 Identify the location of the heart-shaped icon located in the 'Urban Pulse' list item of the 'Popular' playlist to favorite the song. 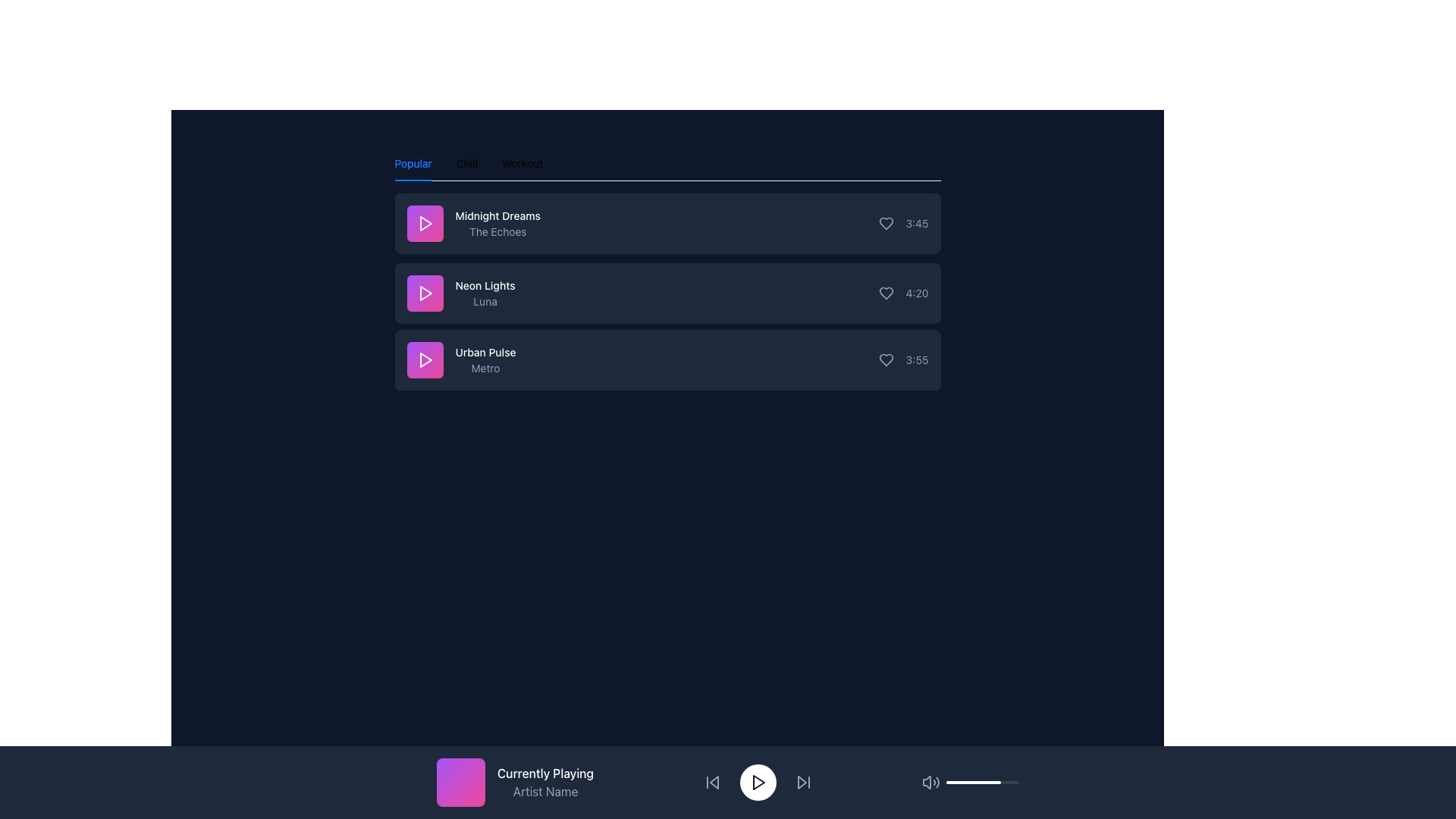
(886, 359).